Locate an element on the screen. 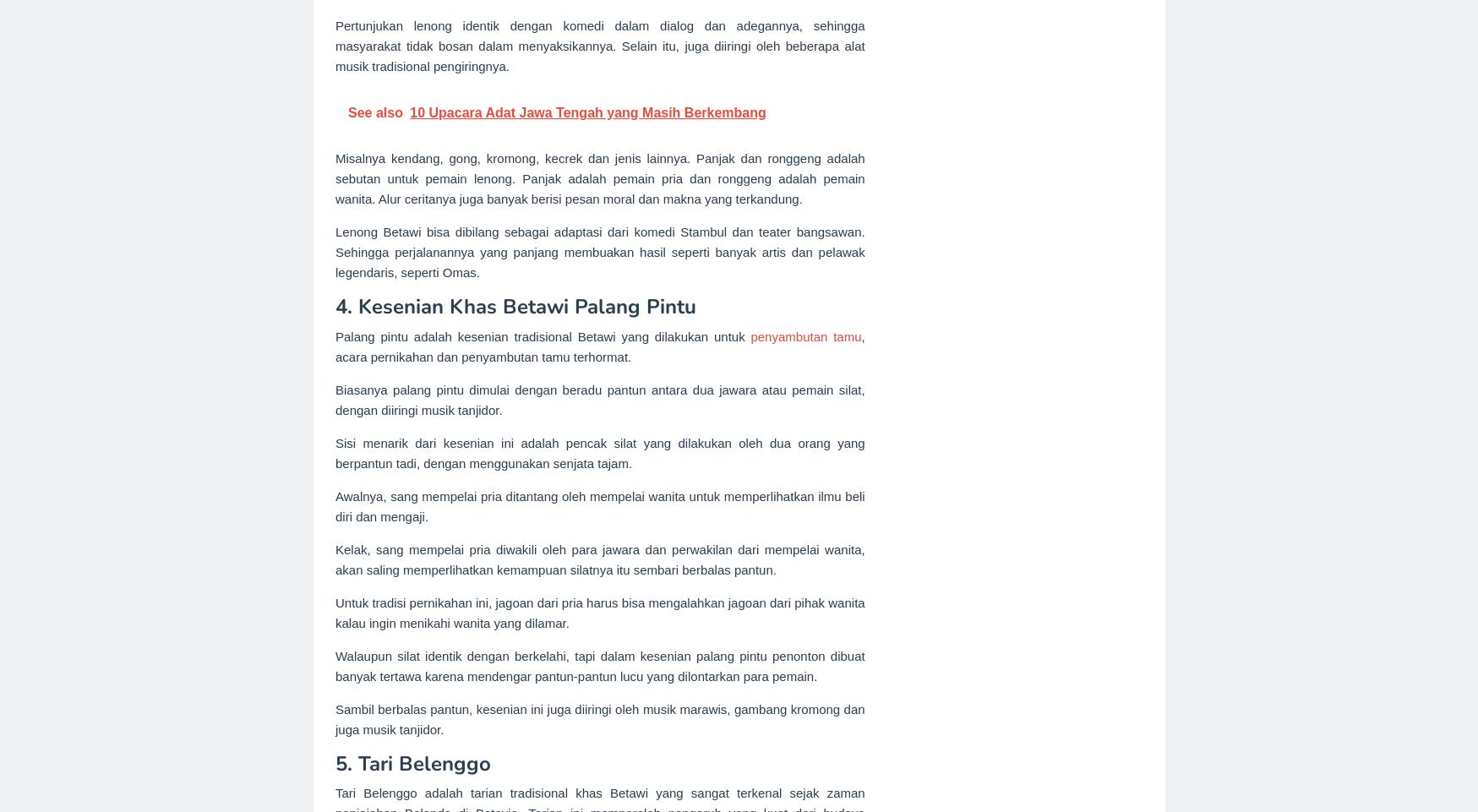 This screenshot has height=812, width=1478. 'Palang Pintu' is located at coordinates (635, 305).